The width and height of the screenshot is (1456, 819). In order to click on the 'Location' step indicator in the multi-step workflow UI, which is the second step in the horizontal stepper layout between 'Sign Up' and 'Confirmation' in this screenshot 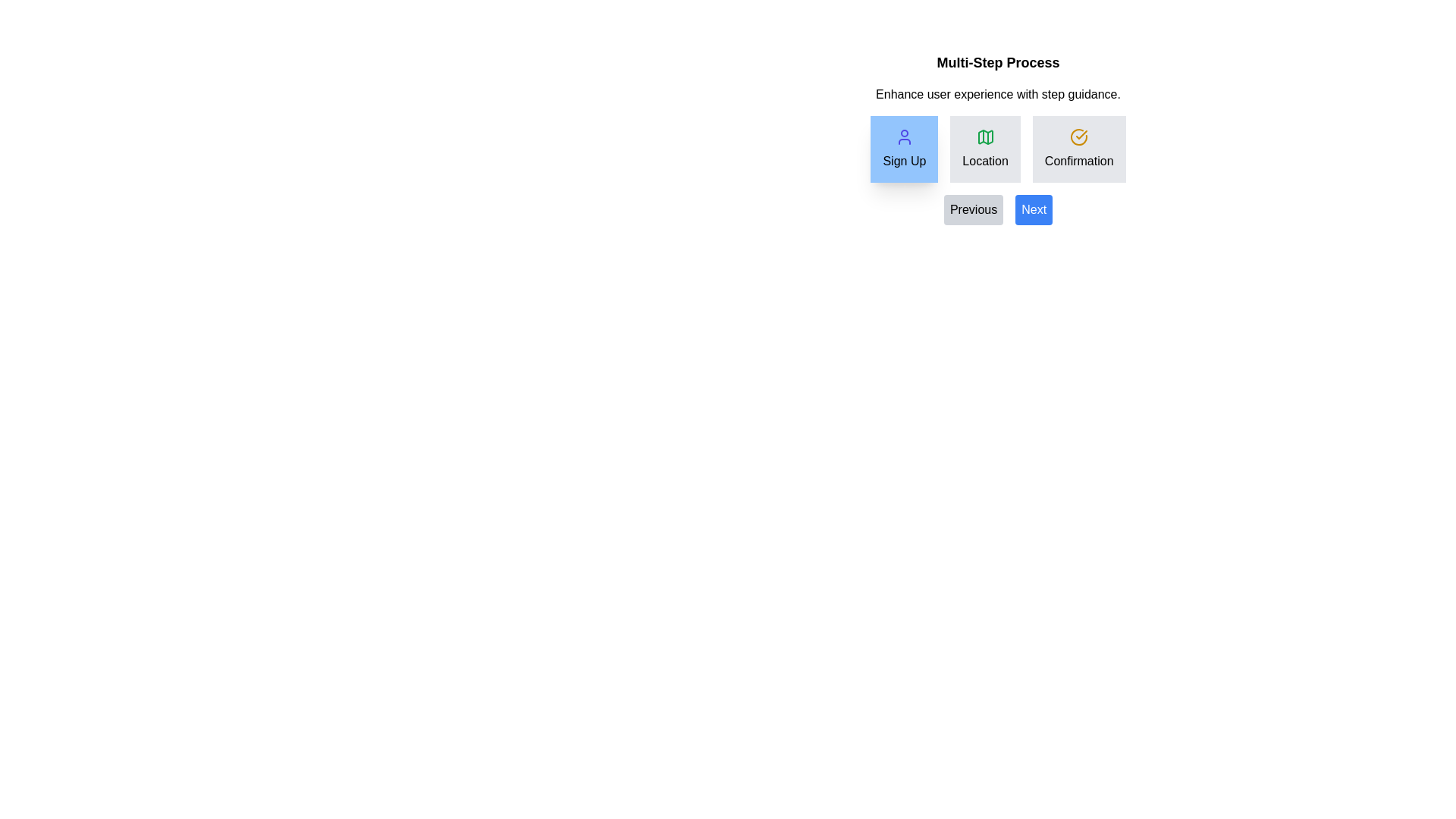, I will do `click(985, 149)`.